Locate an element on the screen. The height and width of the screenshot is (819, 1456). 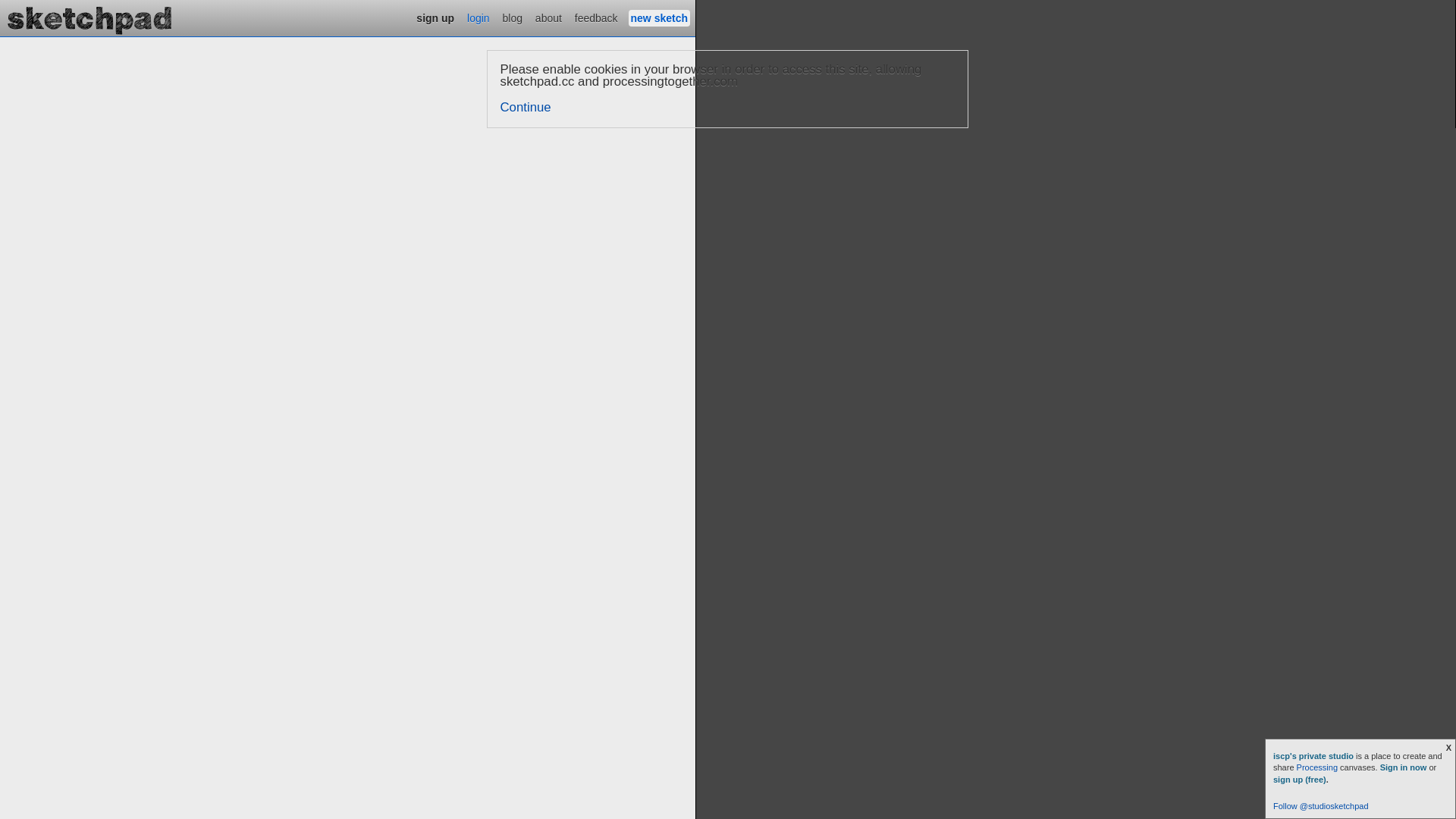
'login' is located at coordinates (477, 17).